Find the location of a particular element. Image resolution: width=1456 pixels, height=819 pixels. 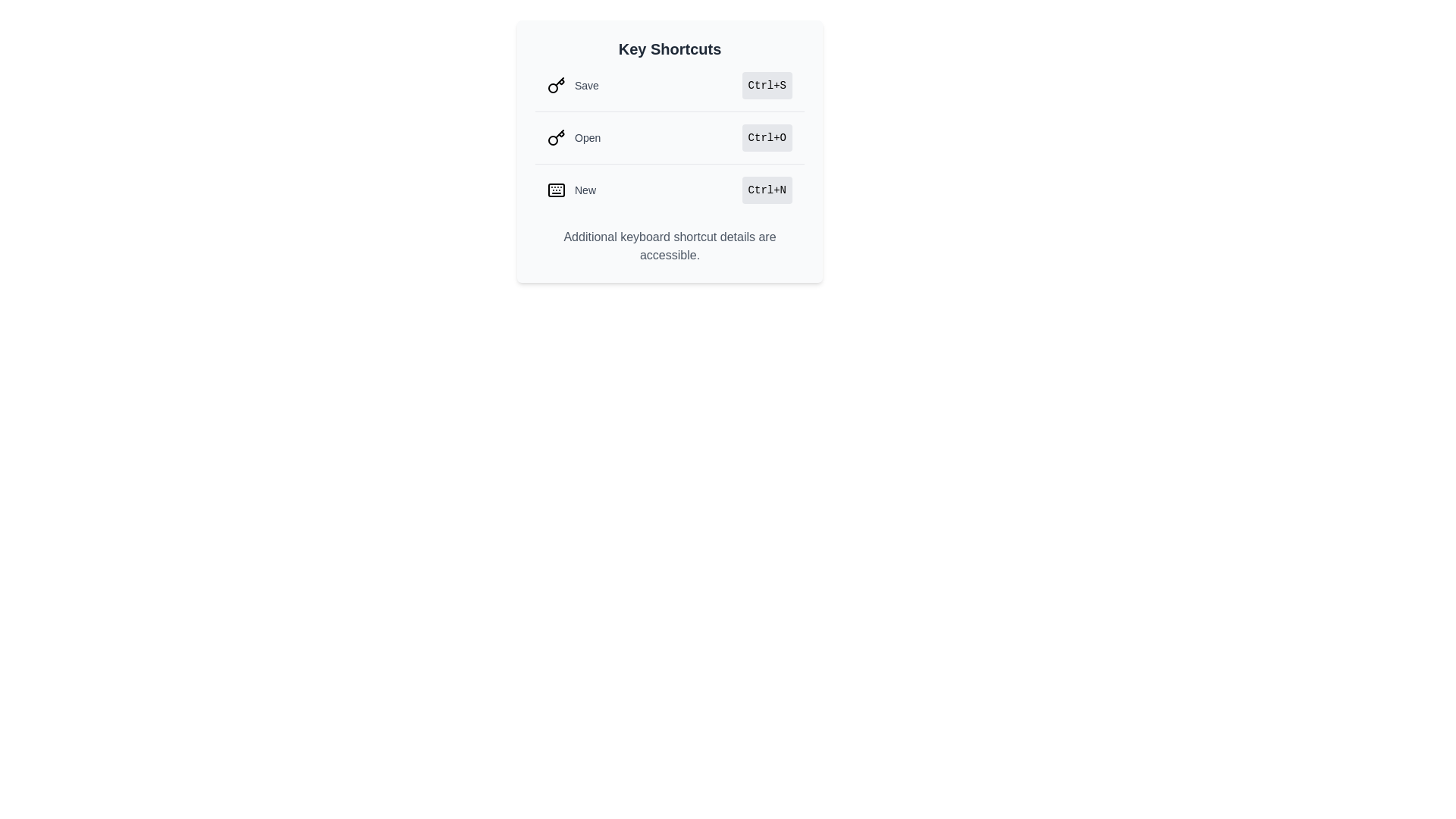

the 'Open' text label, which is styled in a small font size, medium weight, and gray color, located to the right of a key icon in the middle section under 'Key Shortcuts' is located at coordinates (587, 137).